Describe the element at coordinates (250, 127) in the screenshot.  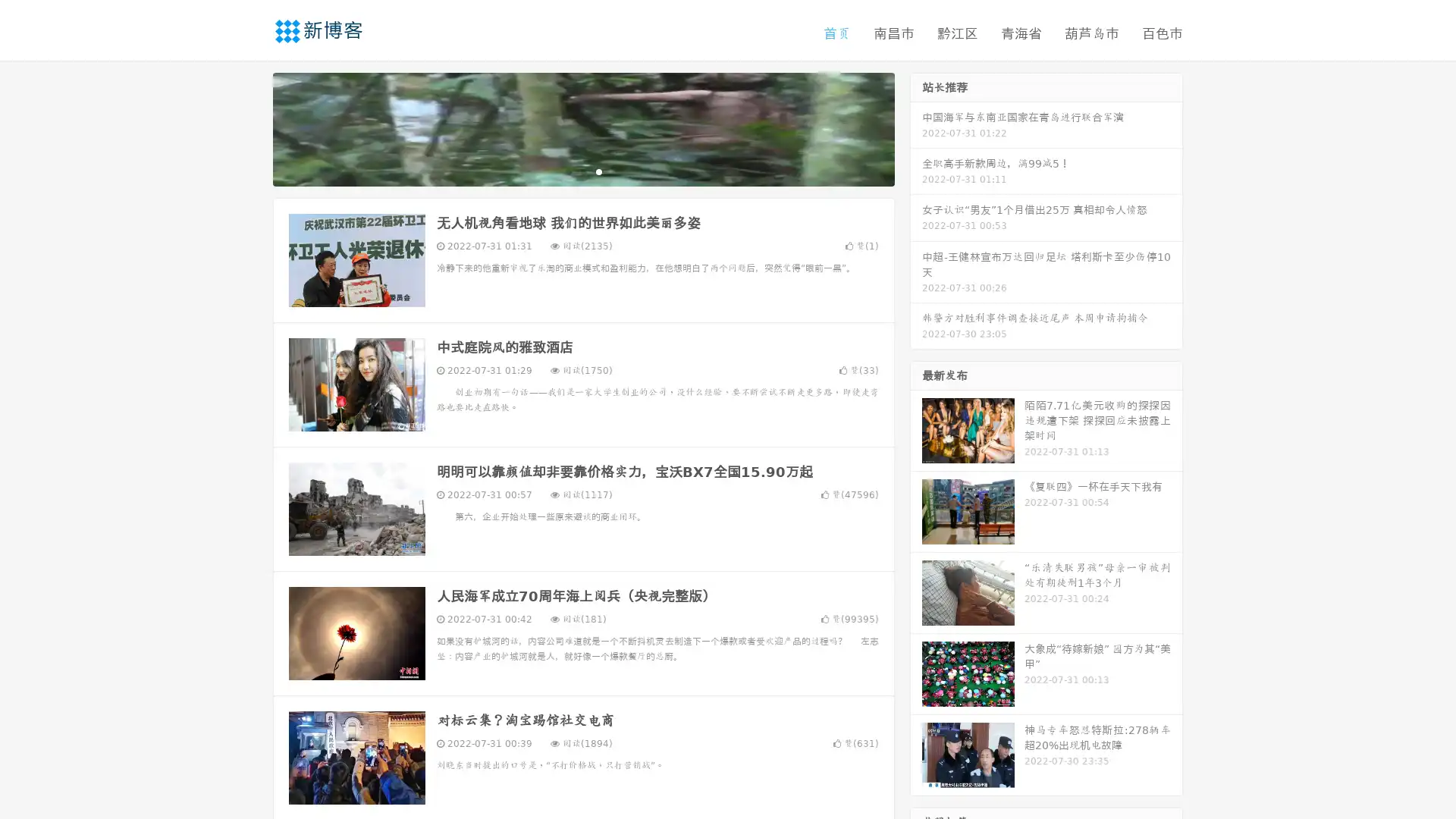
I see `Previous slide` at that location.